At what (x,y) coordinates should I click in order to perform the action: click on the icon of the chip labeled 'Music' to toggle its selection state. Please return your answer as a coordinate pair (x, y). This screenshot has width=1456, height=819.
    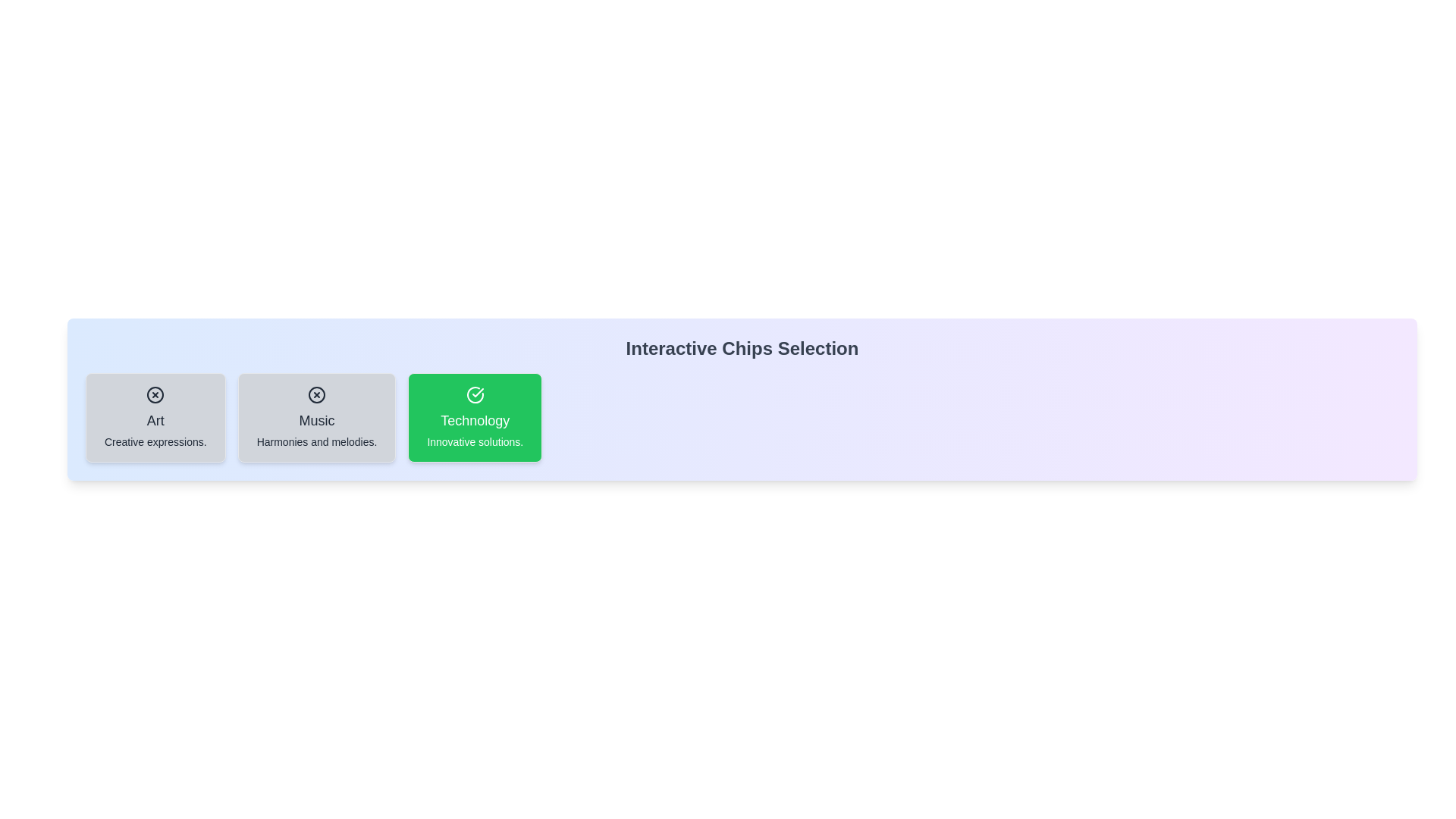
    Looking at the image, I should click on (315, 394).